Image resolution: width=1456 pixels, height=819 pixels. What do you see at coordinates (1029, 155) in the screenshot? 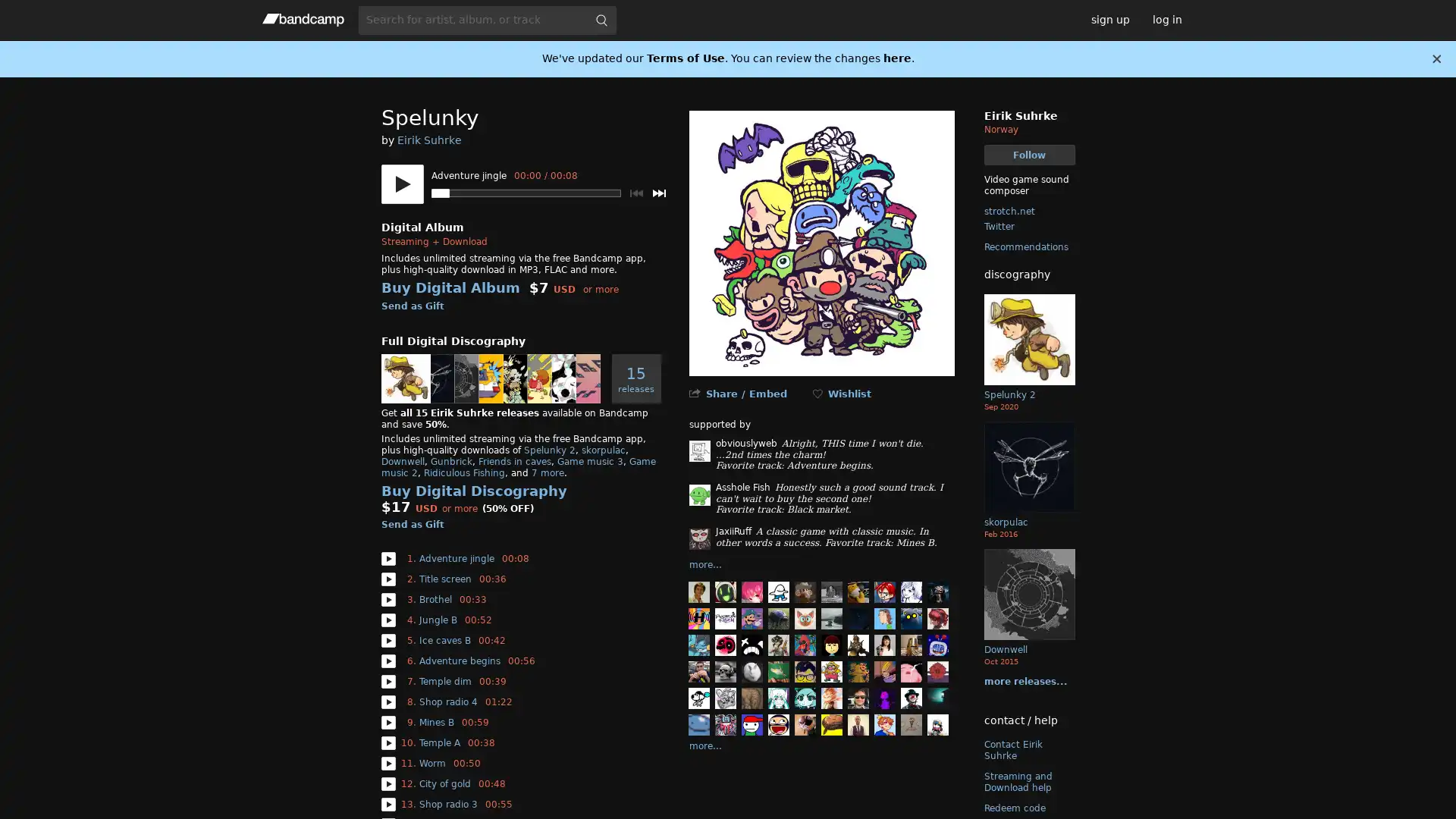
I see `Follow` at bounding box center [1029, 155].